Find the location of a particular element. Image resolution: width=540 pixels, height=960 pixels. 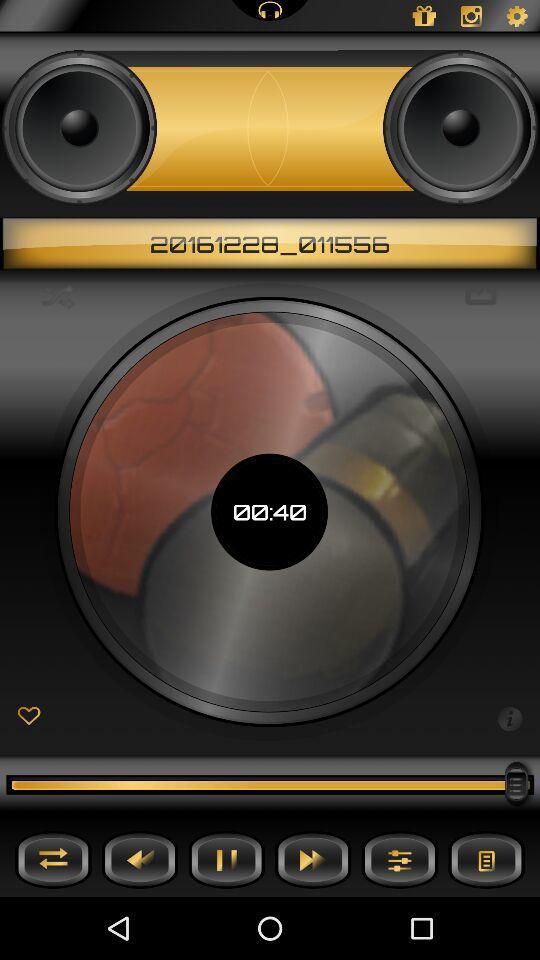

shuffle music is located at coordinates (53, 858).